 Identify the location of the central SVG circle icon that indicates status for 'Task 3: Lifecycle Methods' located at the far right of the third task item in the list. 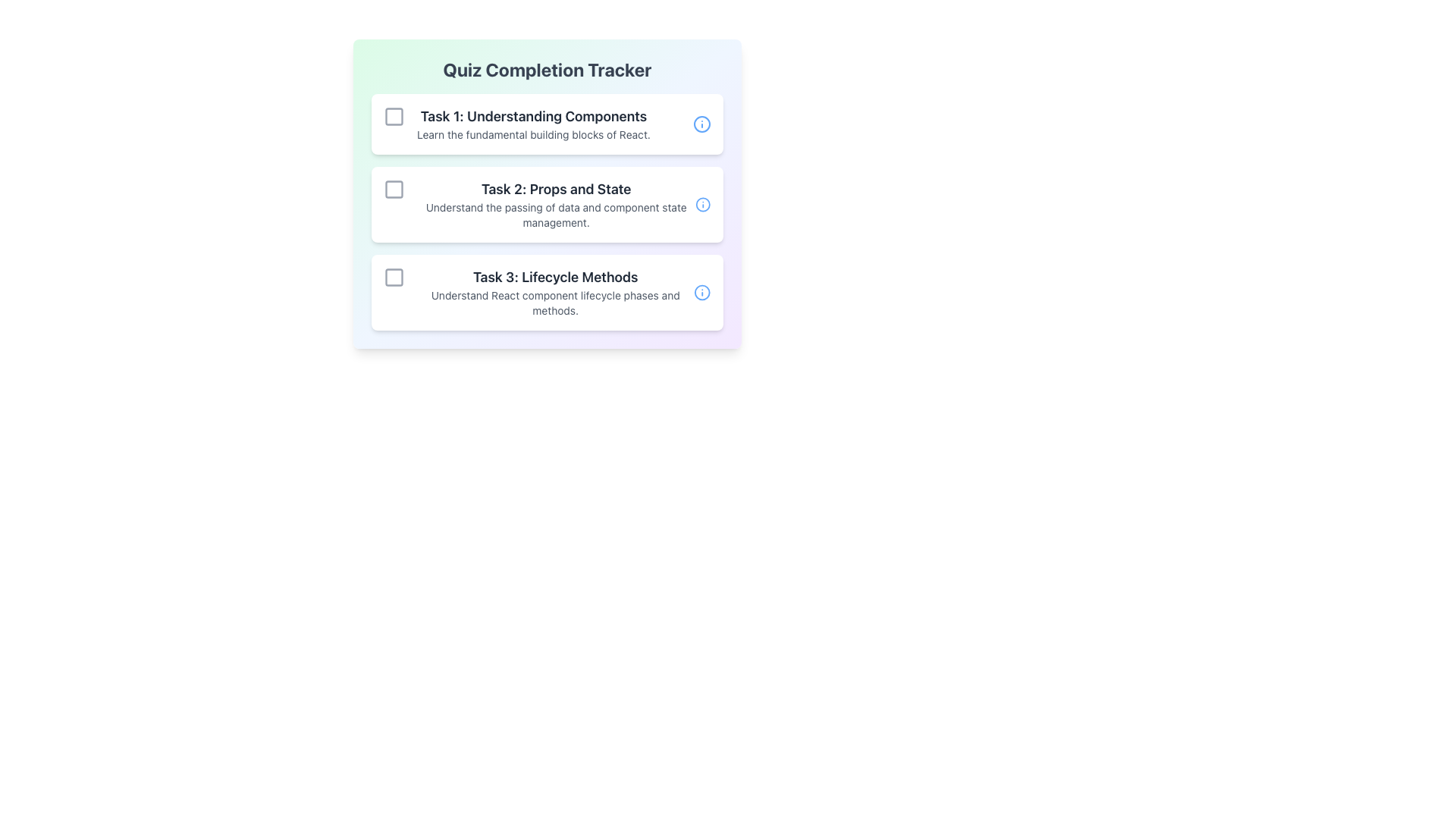
(701, 292).